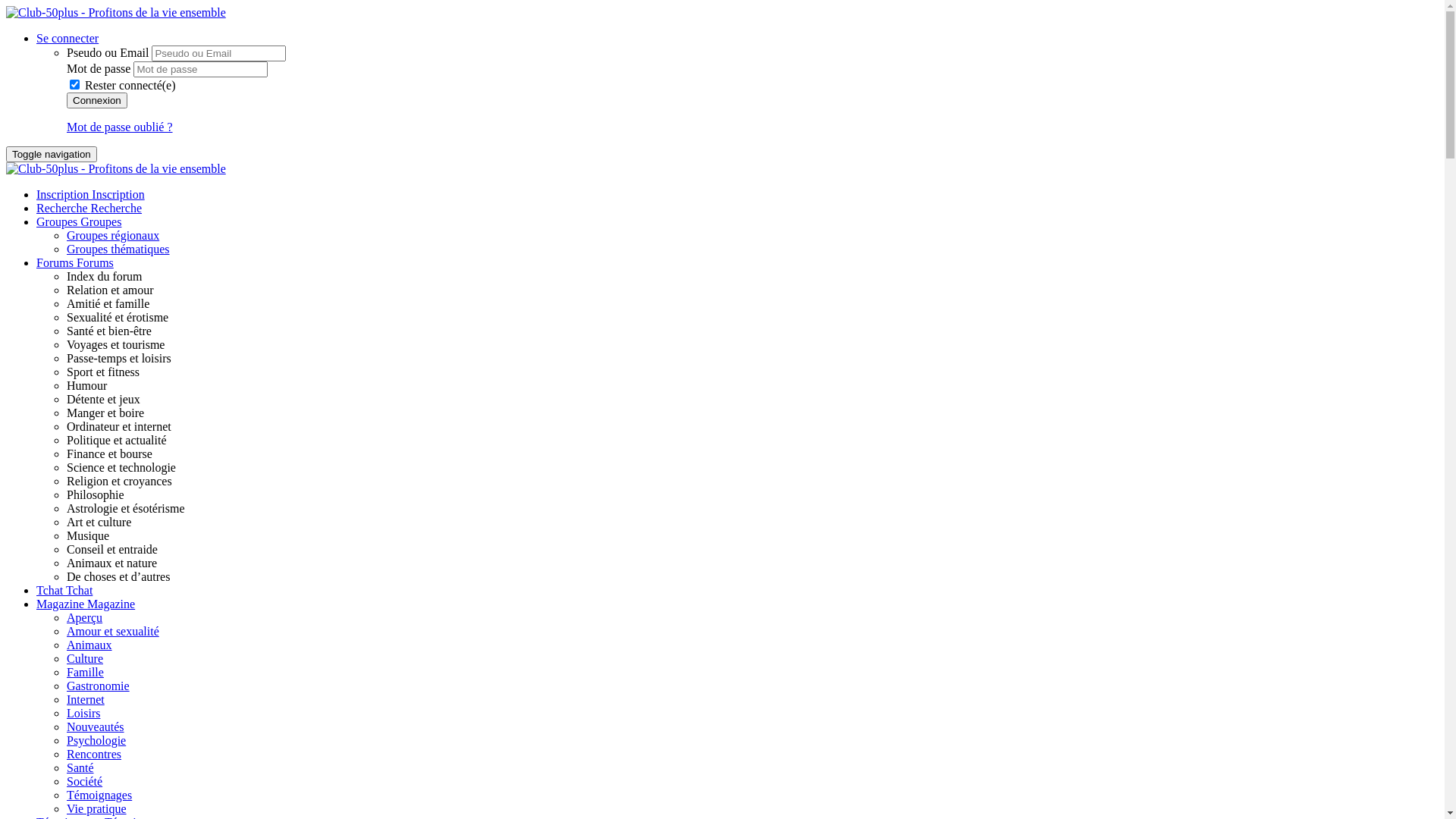 Image resolution: width=1456 pixels, height=819 pixels. What do you see at coordinates (100, 221) in the screenshot?
I see `'Groupes'` at bounding box center [100, 221].